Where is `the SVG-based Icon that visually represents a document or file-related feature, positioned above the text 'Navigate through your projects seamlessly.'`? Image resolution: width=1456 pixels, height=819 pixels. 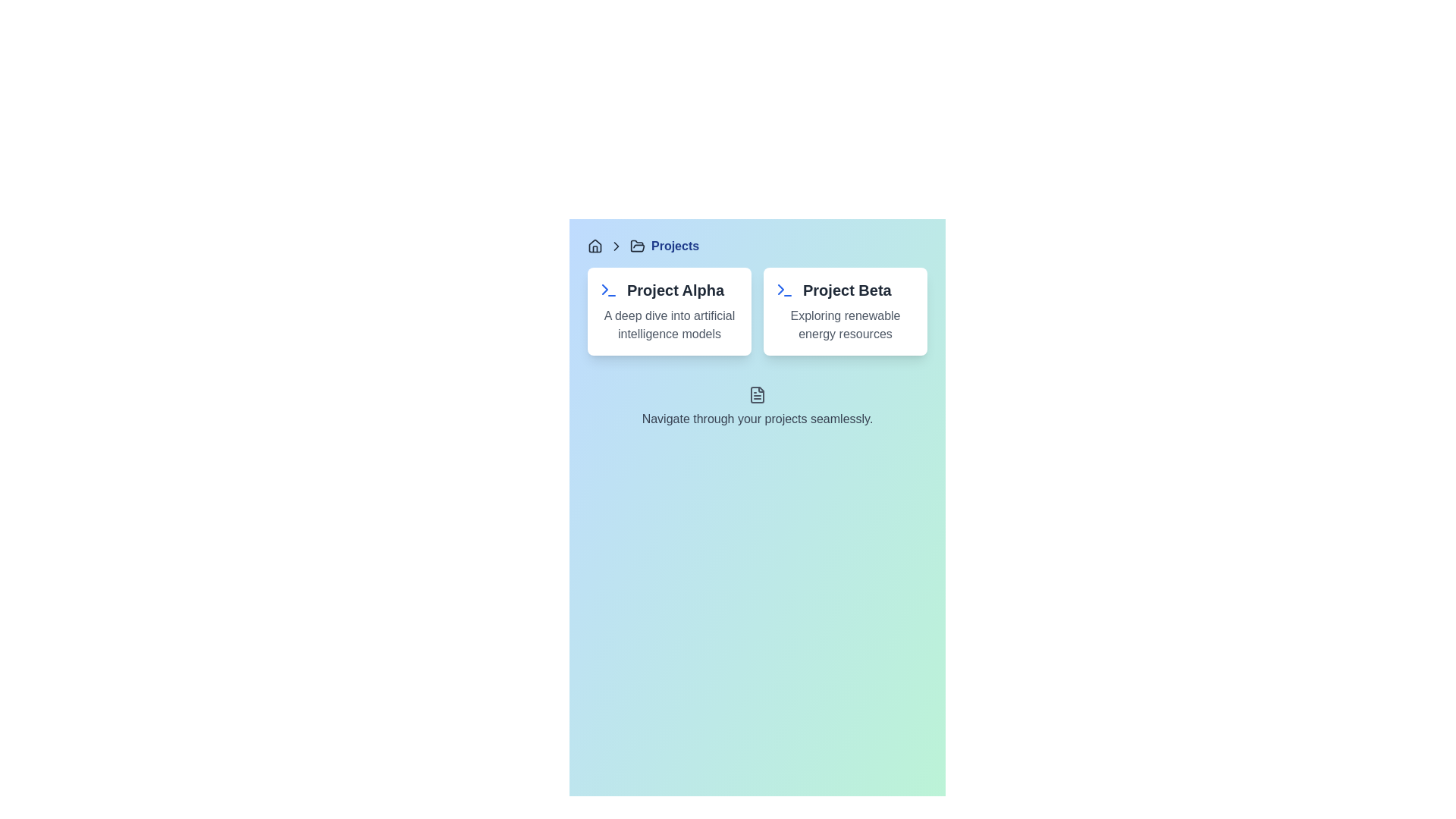
the SVG-based Icon that visually represents a document or file-related feature, positioned above the text 'Navigate through your projects seamlessly.' is located at coordinates (757, 394).